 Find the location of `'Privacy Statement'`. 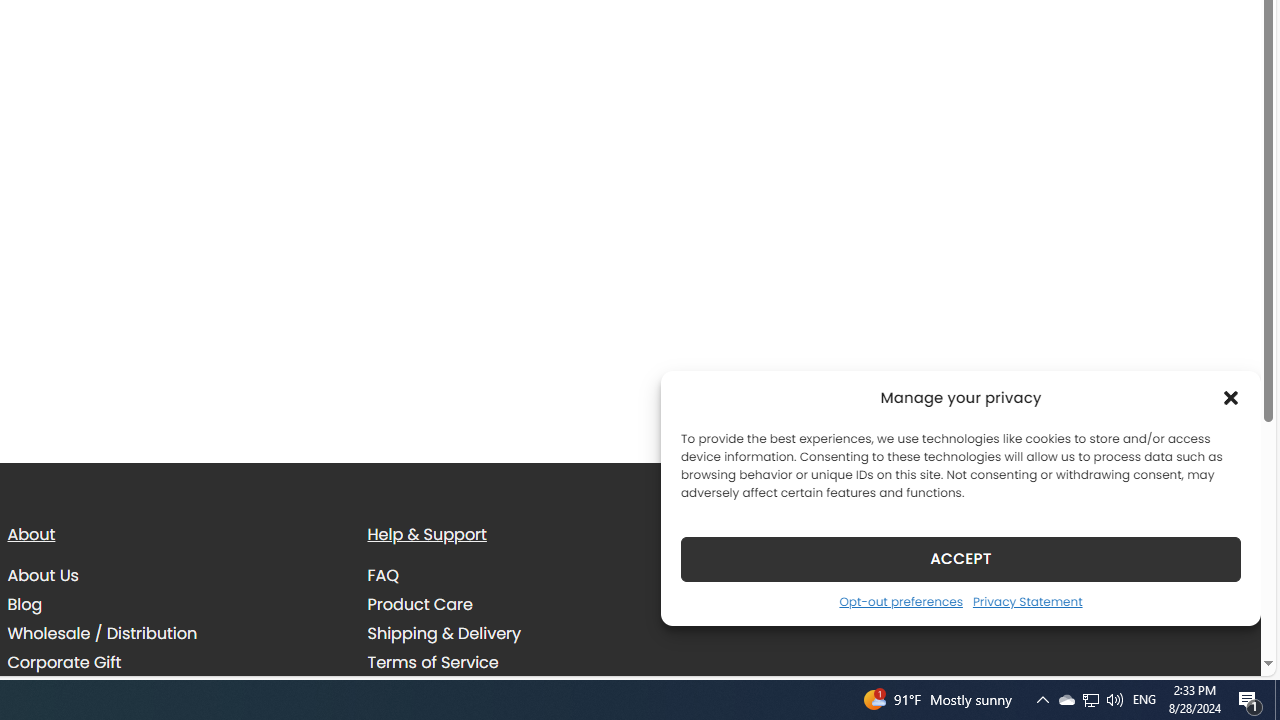

'Privacy Statement' is located at coordinates (1027, 600).